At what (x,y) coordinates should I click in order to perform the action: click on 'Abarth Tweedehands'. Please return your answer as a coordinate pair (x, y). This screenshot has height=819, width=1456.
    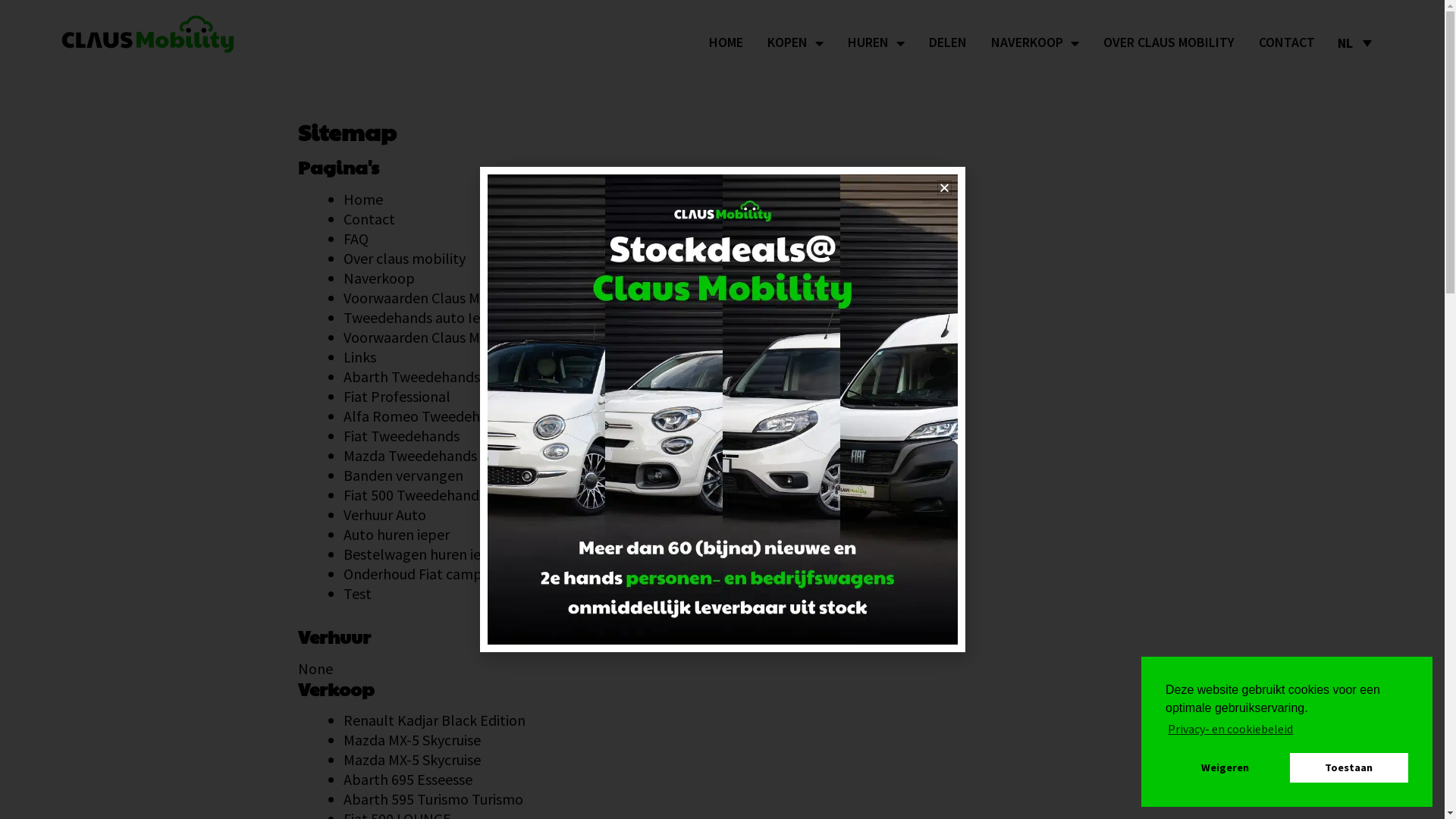
    Looking at the image, I should click on (411, 375).